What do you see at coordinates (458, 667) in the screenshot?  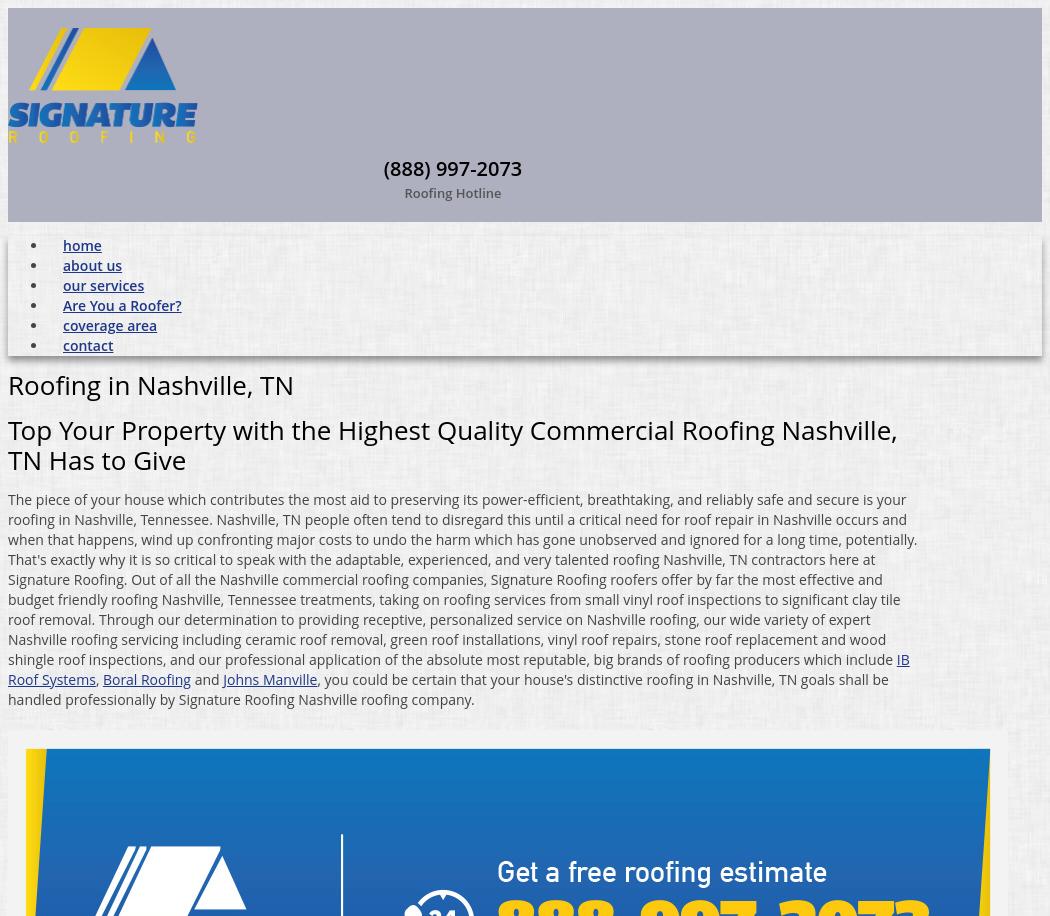 I see `'IB Roof Systems'` at bounding box center [458, 667].